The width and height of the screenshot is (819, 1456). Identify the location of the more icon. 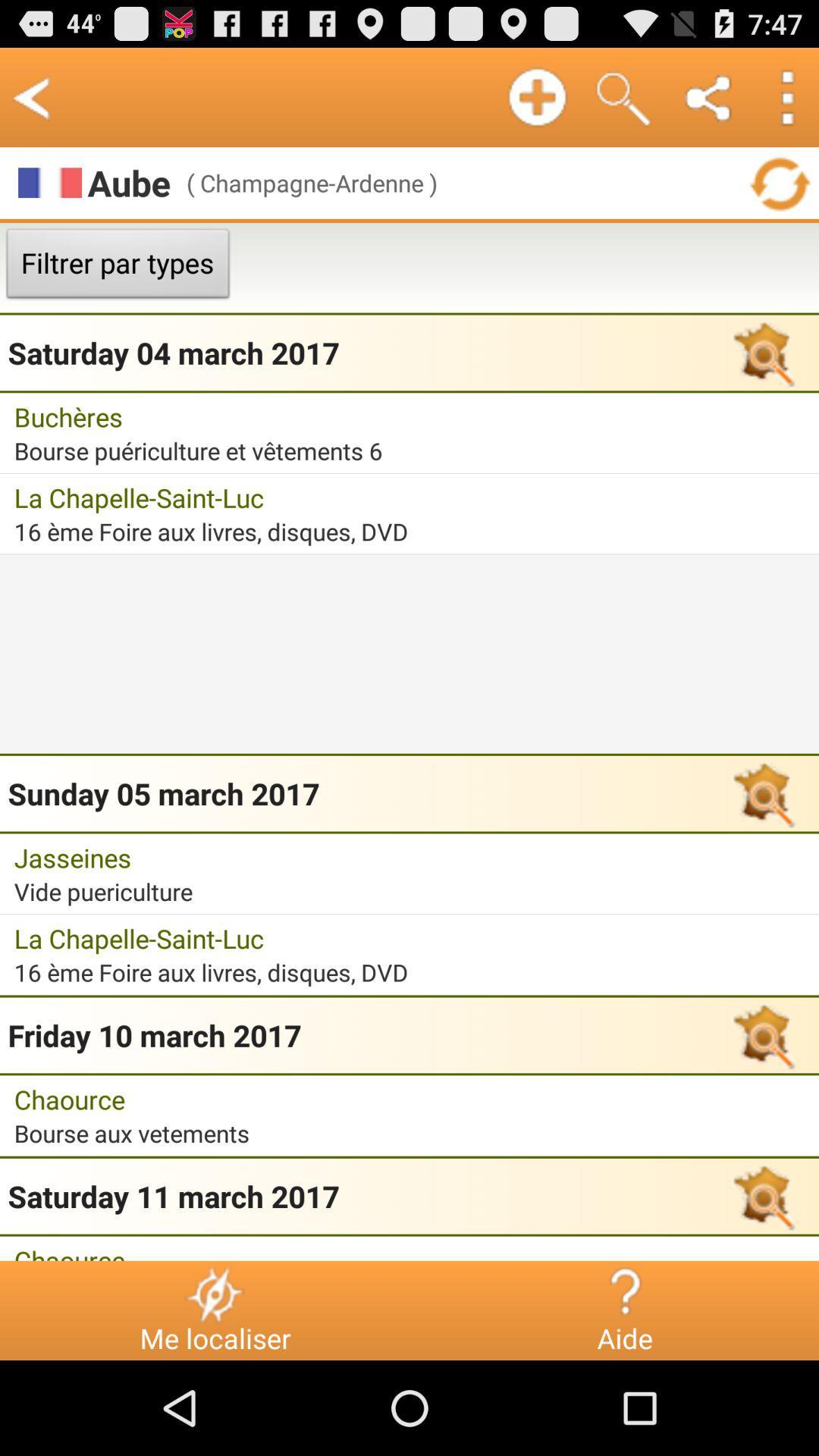
(786, 103).